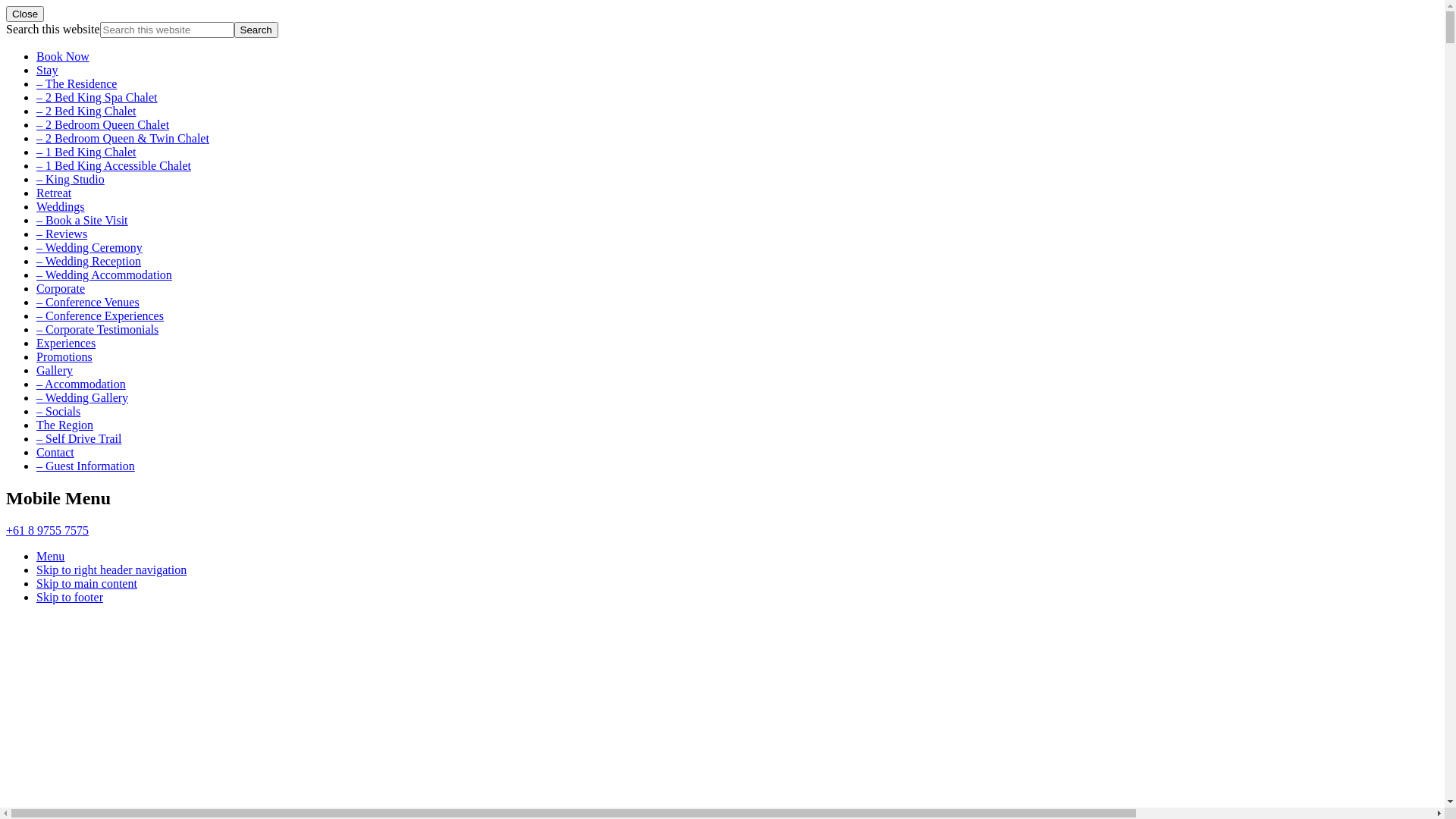  I want to click on 'Gallery', so click(36, 370).